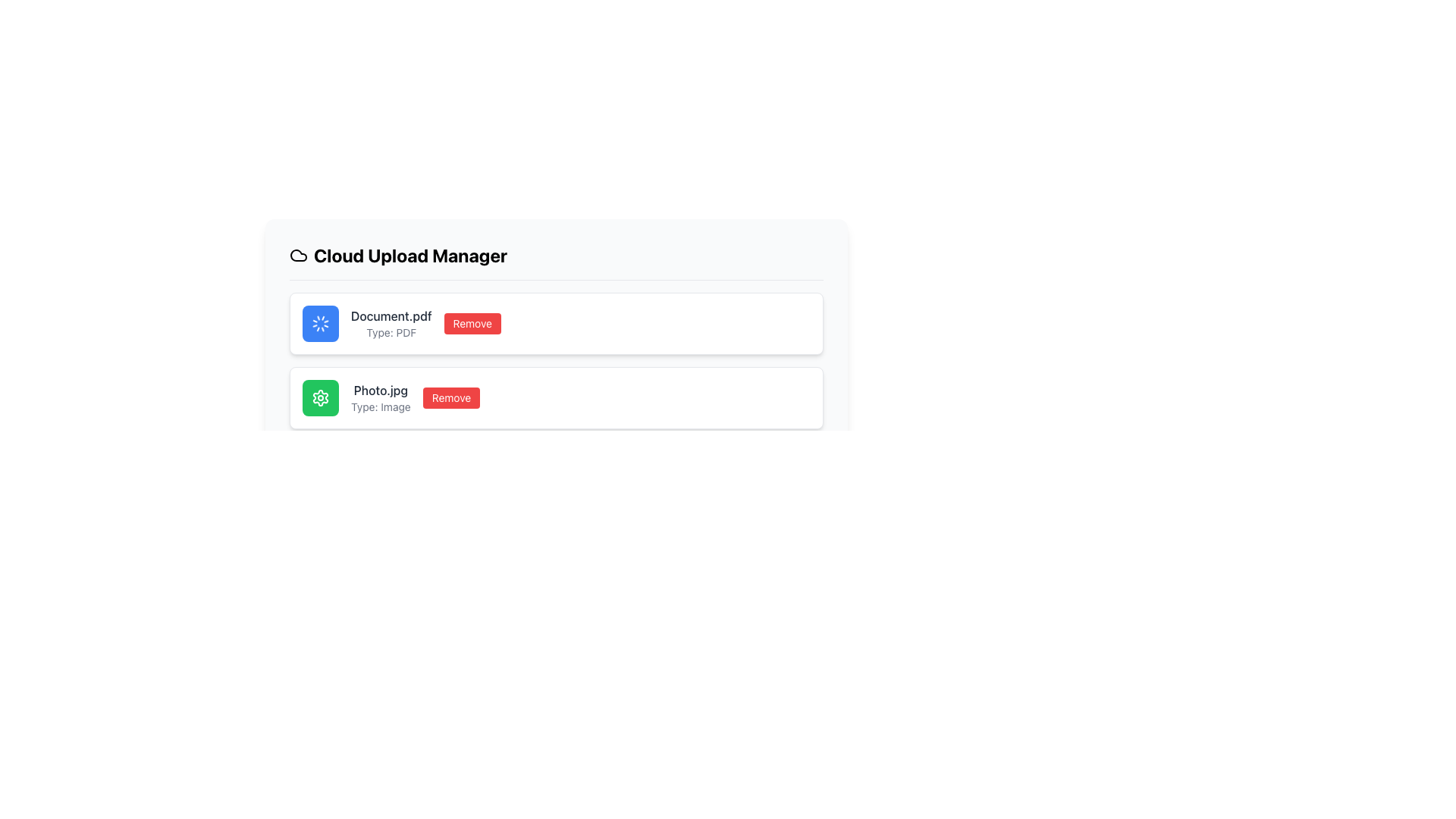  Describe the element at coordinates (381, 390) in the screenshot. I see `the text label displaying 'Photo.jpg', which is the first line of text in the second list item identified by a green icon and 'Type: Image' below it` at that location.